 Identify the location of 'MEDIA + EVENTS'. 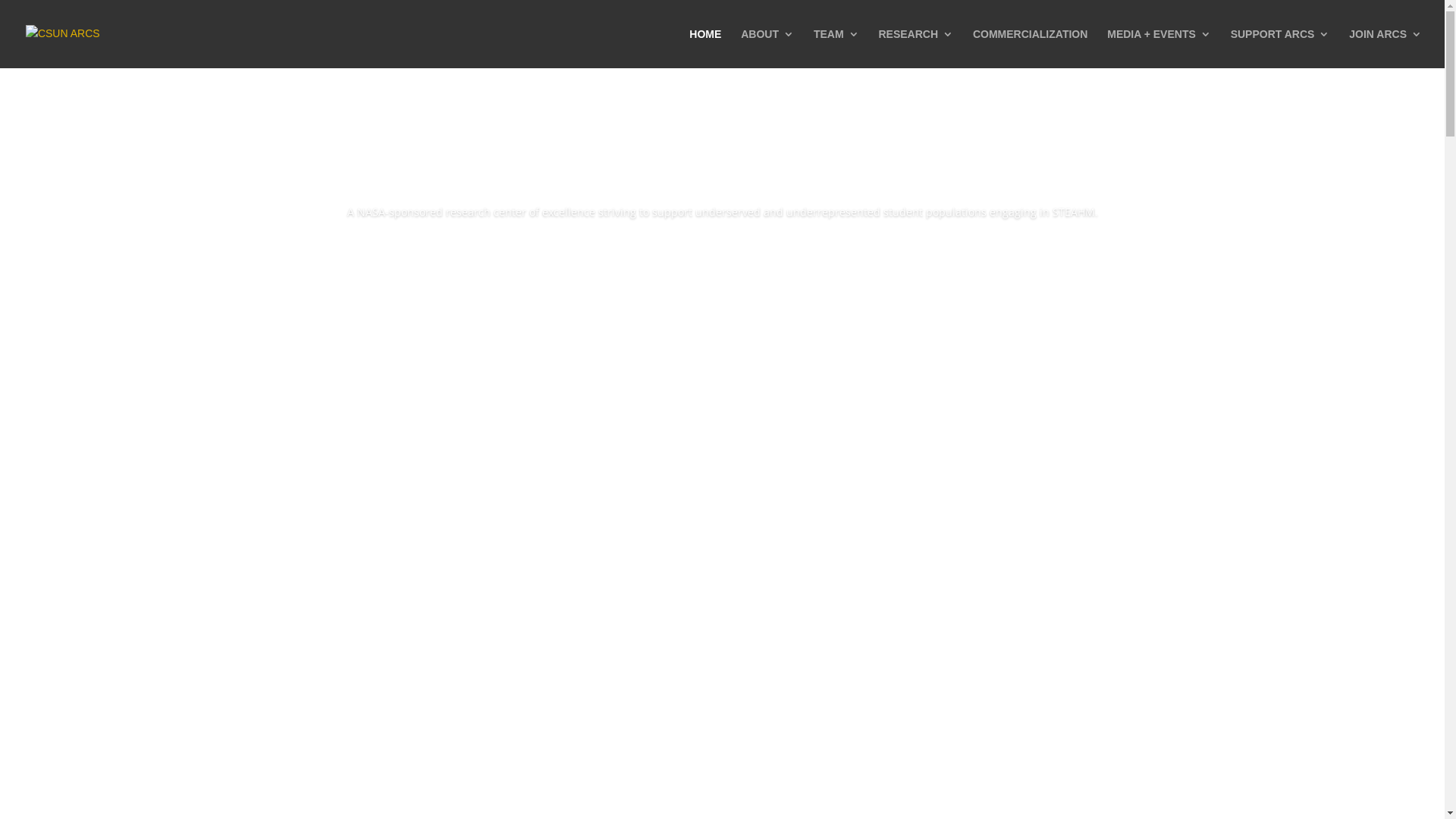
(1158, 48).